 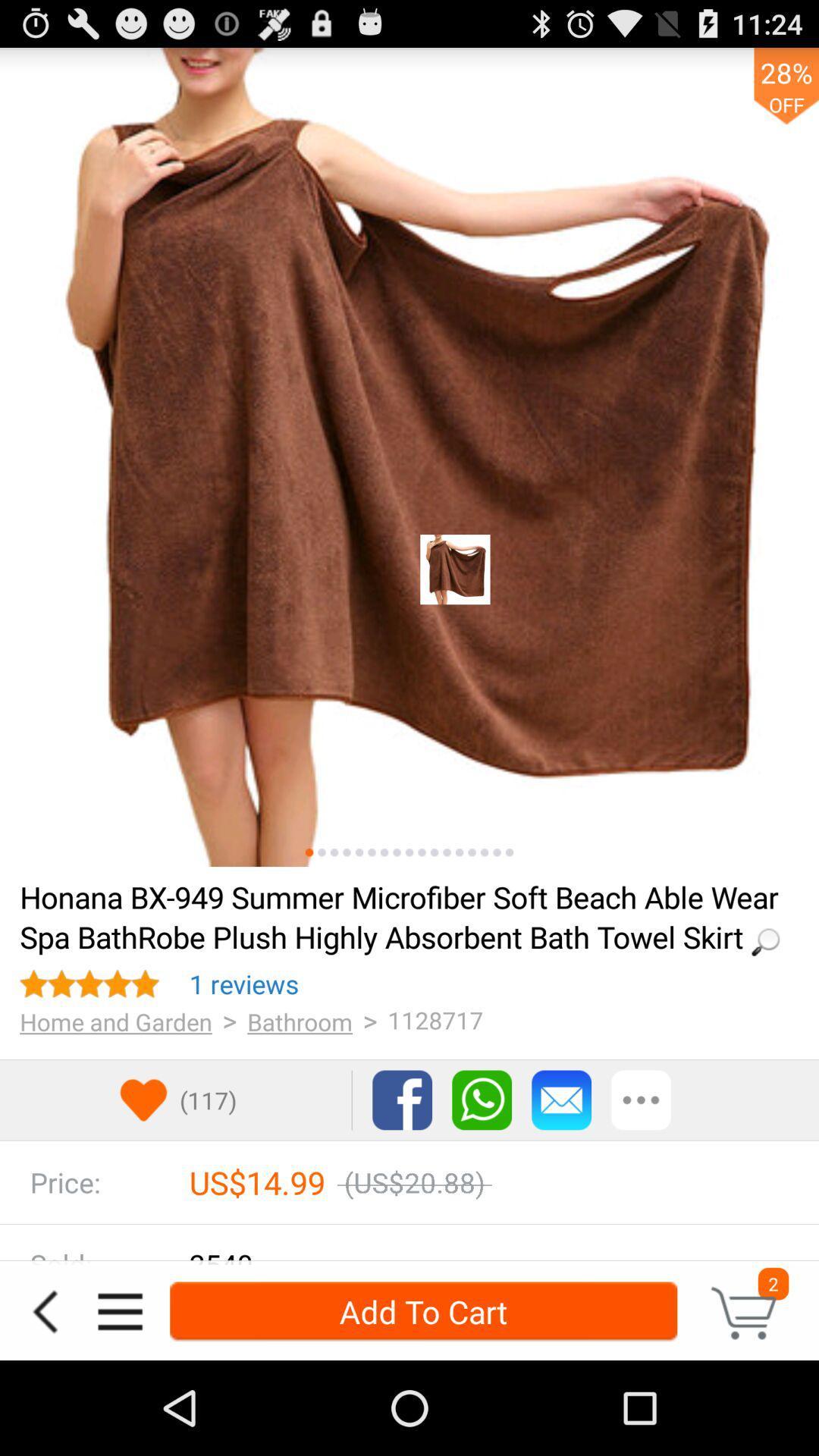 What do you see at coordinates (119, 1310) in the screenshot?
I see `settings` at bounding box center [119, 1310].